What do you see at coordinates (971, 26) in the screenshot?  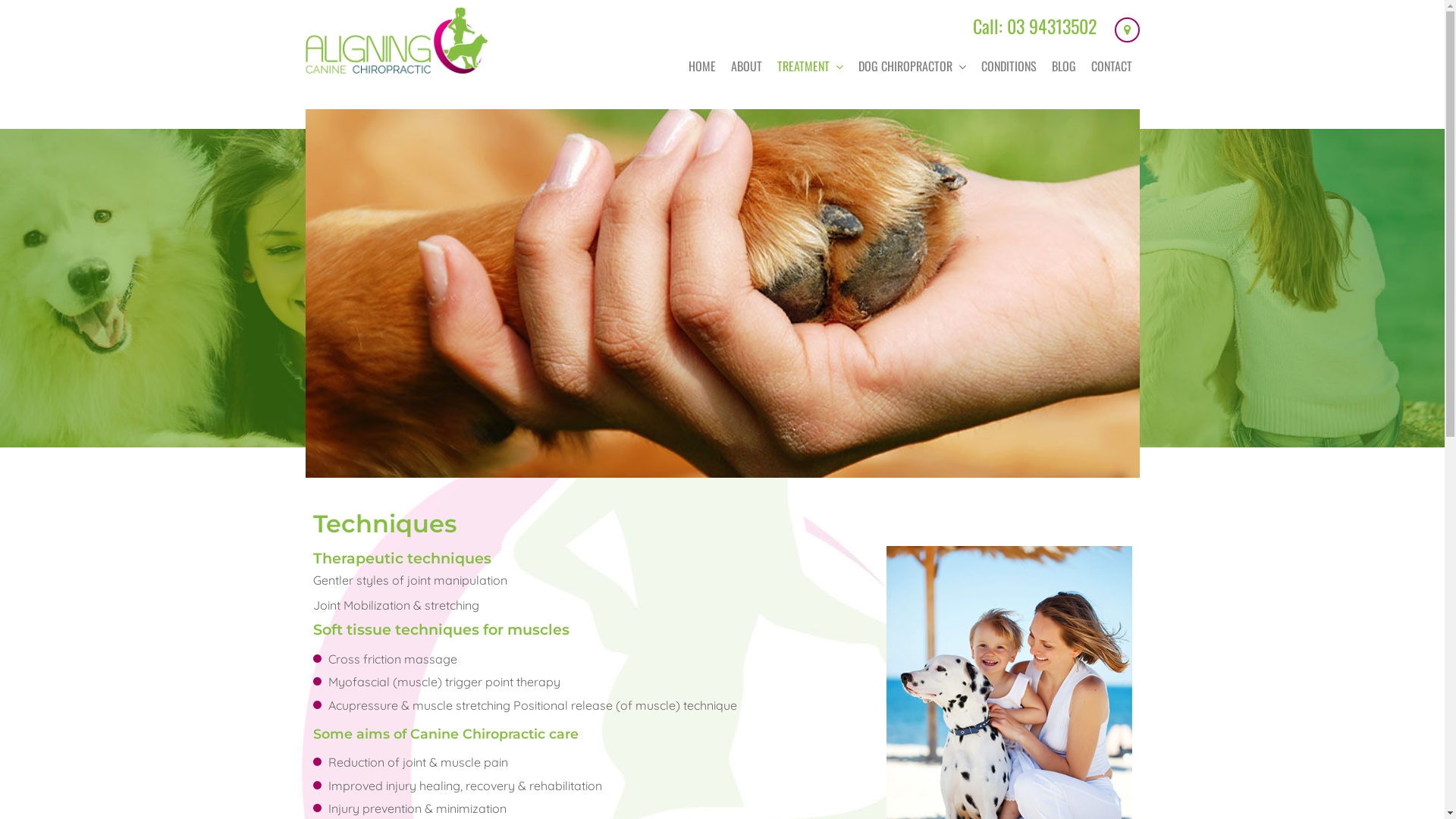 I see `'Call: 03 94313502'` at bounding box center [971, 26].